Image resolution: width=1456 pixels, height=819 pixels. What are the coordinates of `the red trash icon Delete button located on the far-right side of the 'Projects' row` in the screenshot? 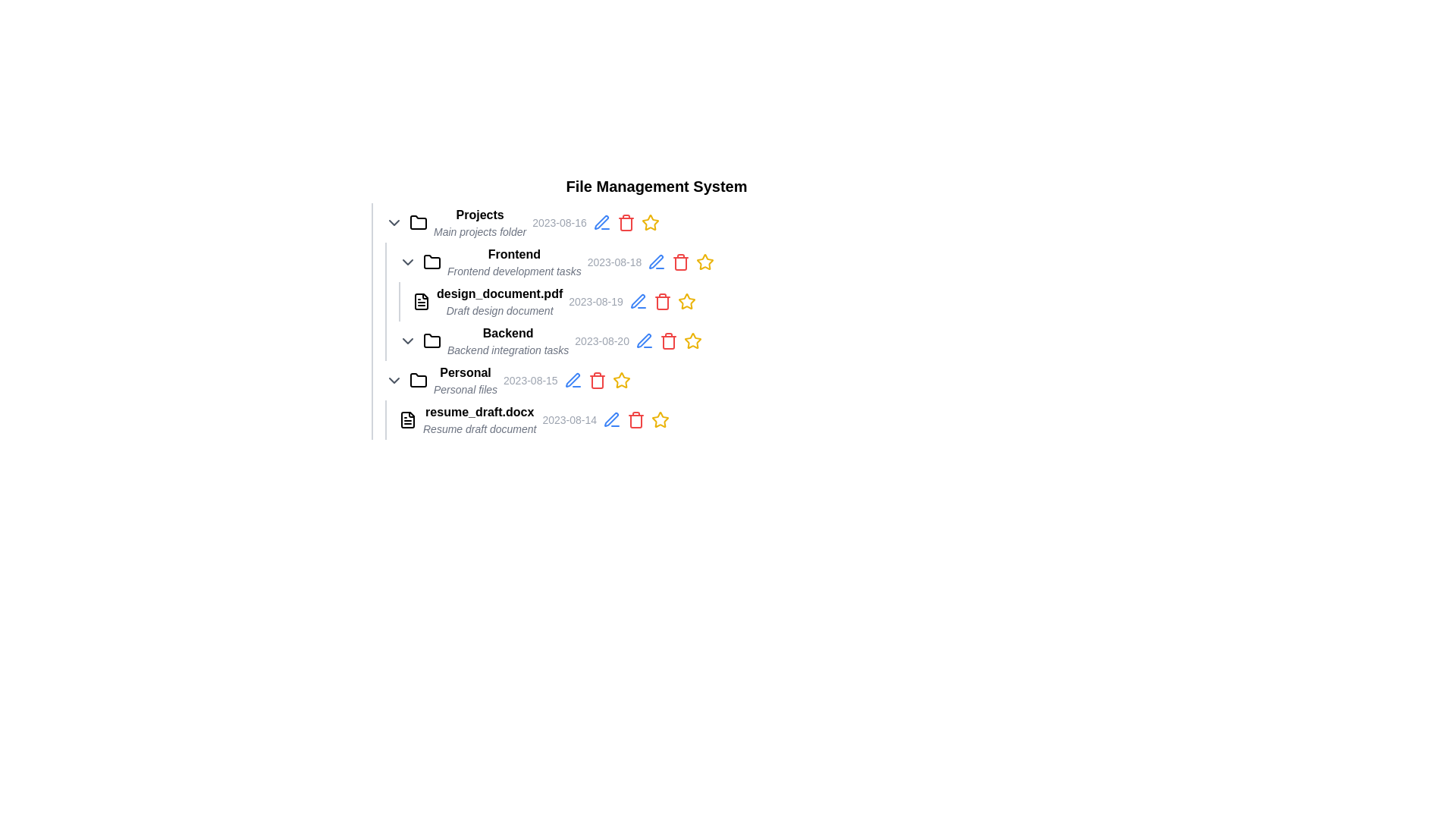 It's located at (626, 222).